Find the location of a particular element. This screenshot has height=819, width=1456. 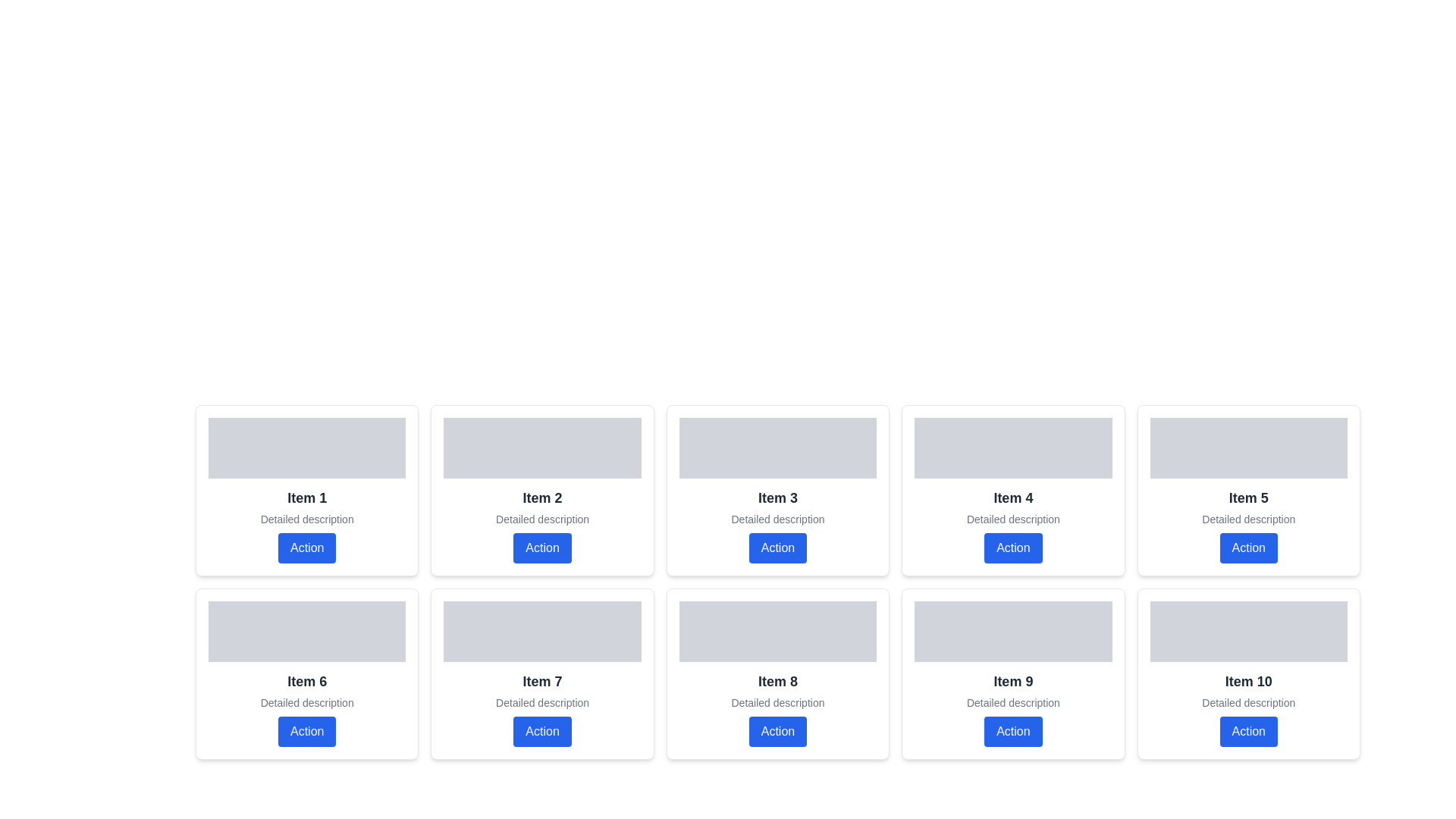

the Card component labeled 'Item 3' with a subtitle 'Detailed description' and a blue button at the bottom is located at coordinates (778, 491).